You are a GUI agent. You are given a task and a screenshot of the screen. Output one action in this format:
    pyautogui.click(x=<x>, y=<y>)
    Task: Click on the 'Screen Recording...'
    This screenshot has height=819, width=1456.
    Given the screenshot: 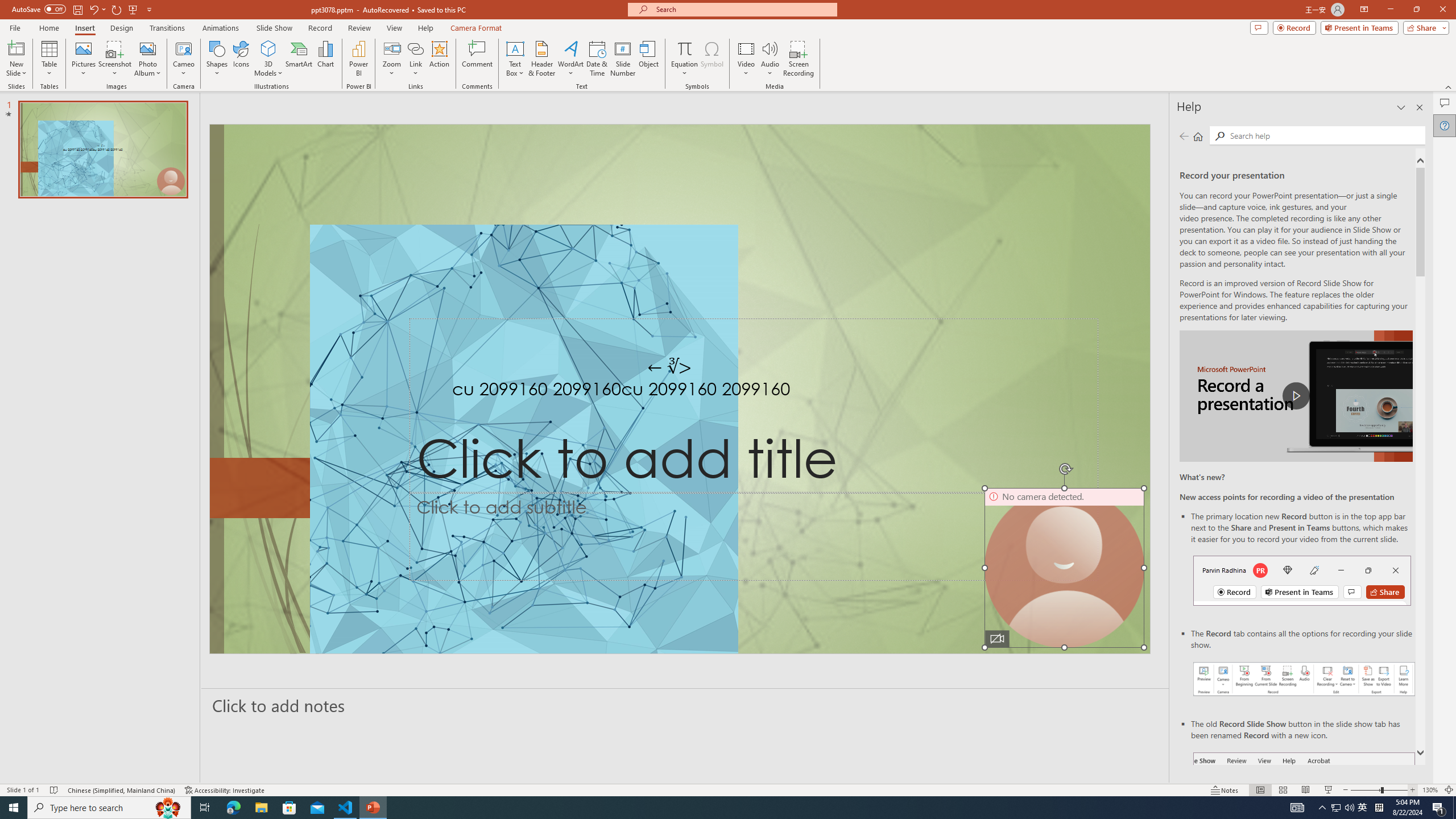 What is the action you would take?
    pyautogui.click(x=798, y=59)
    